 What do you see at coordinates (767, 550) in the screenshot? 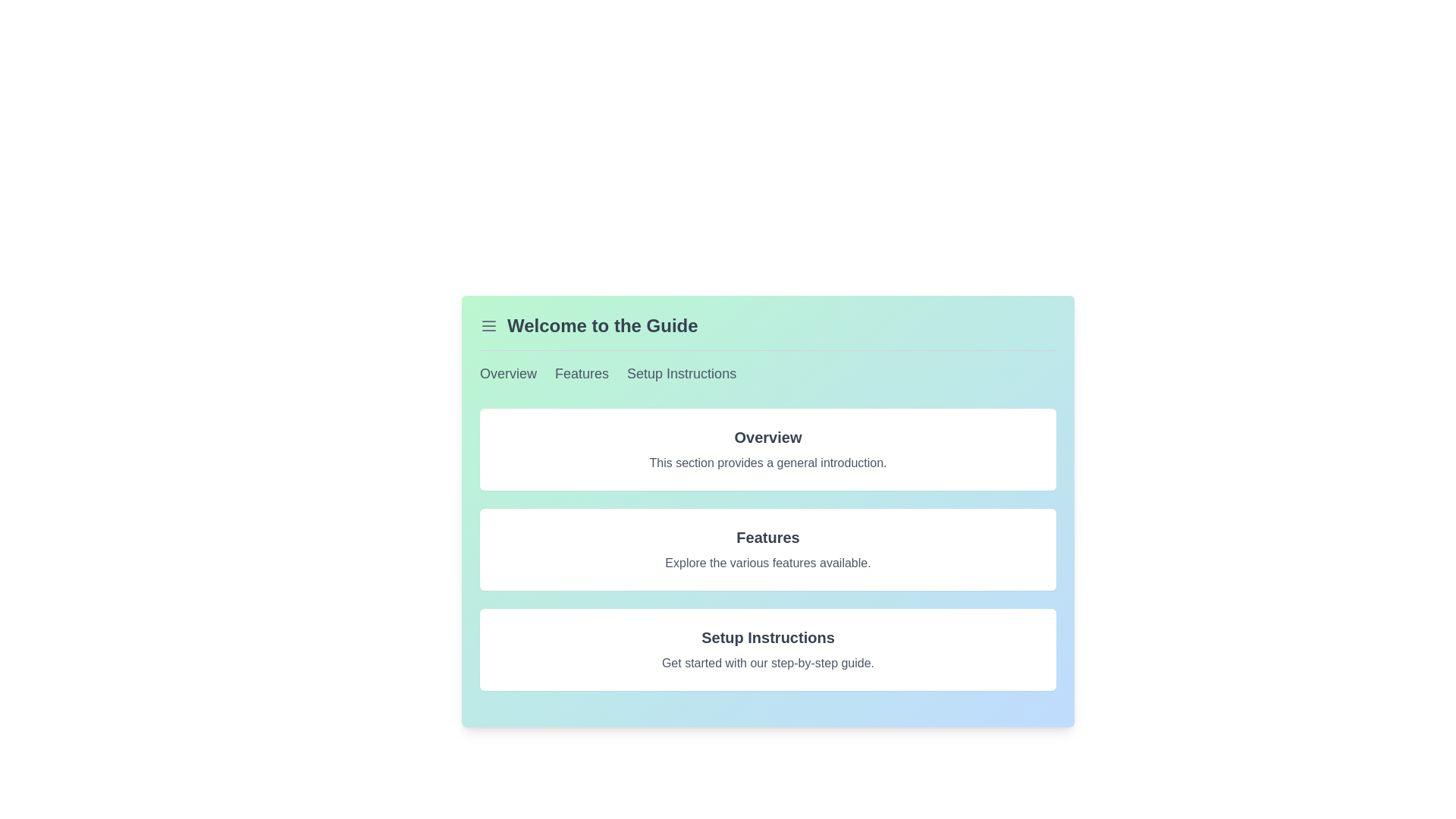
I see `text content of the Information block, which is the second item in the vertical stack, located between 'Overview' and 'Setup Instructions' in the 'Welcome to the Guide' section` at bounding box center [767, 550].